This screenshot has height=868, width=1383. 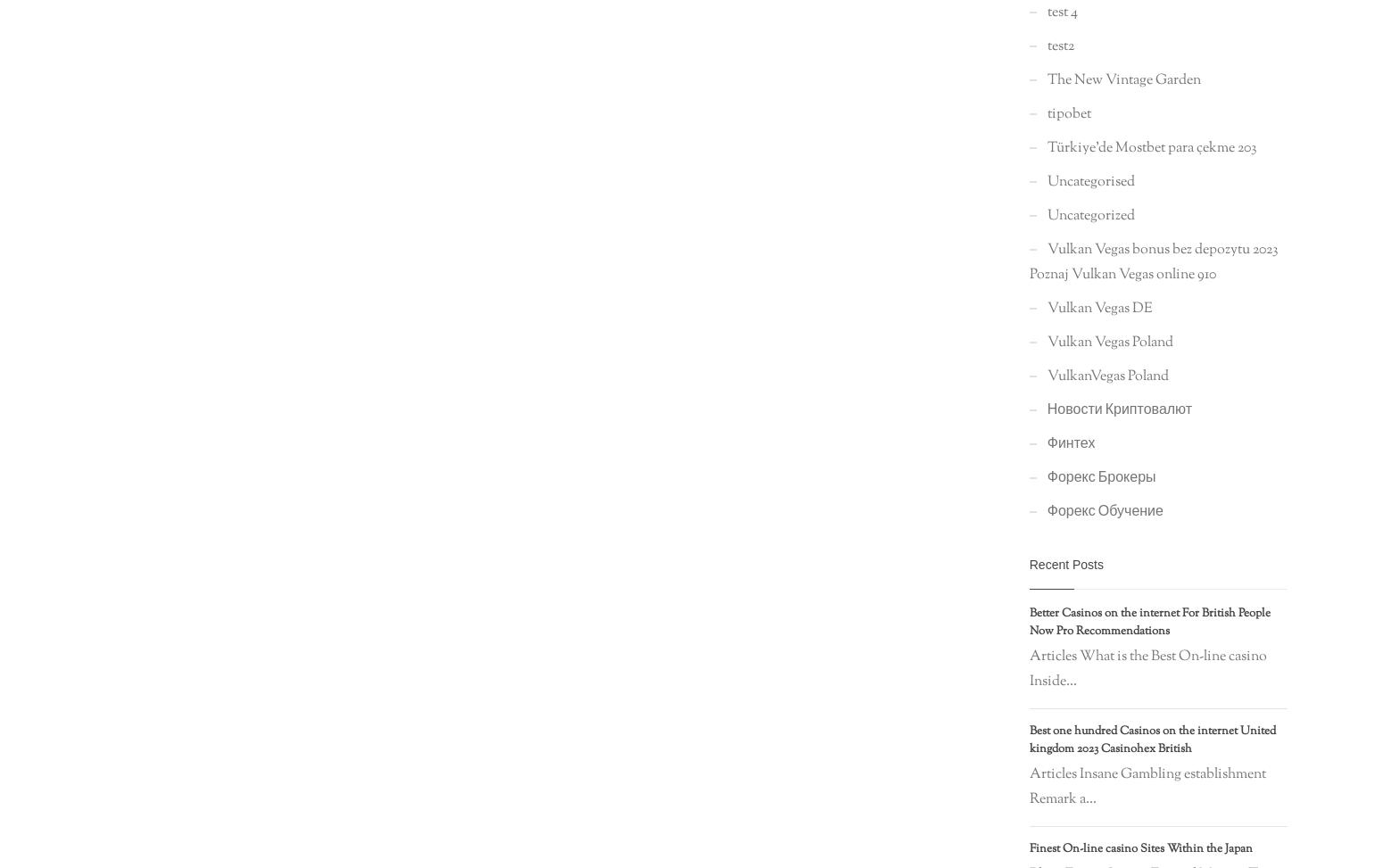 What do you see at coordinates (1028, 669) in the screenshot?
I see `'Articles What is the Best On-line casino Inside...'` at bounding box center [1028, 669].